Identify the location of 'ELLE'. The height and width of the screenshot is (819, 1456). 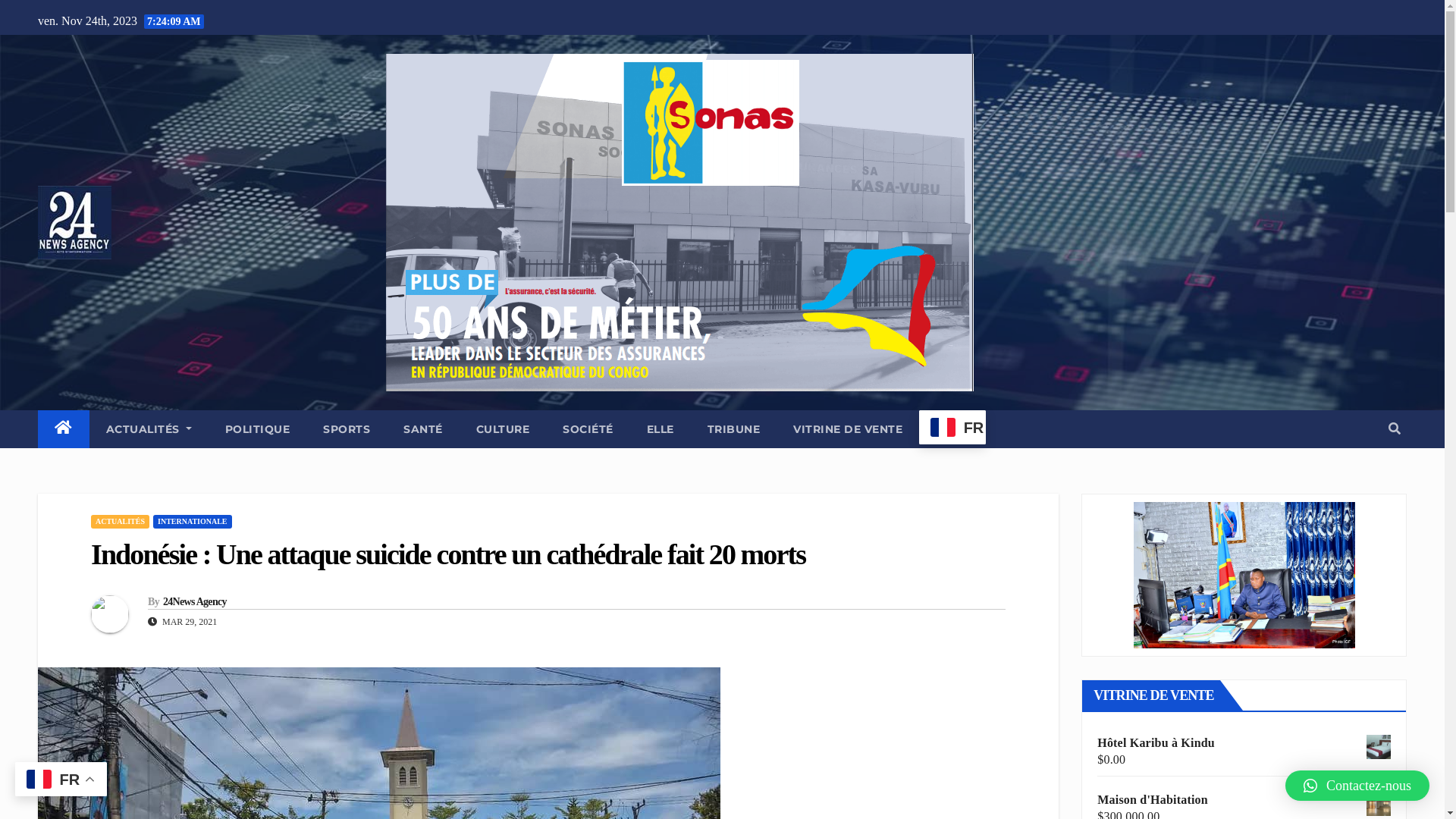
(629, 429).